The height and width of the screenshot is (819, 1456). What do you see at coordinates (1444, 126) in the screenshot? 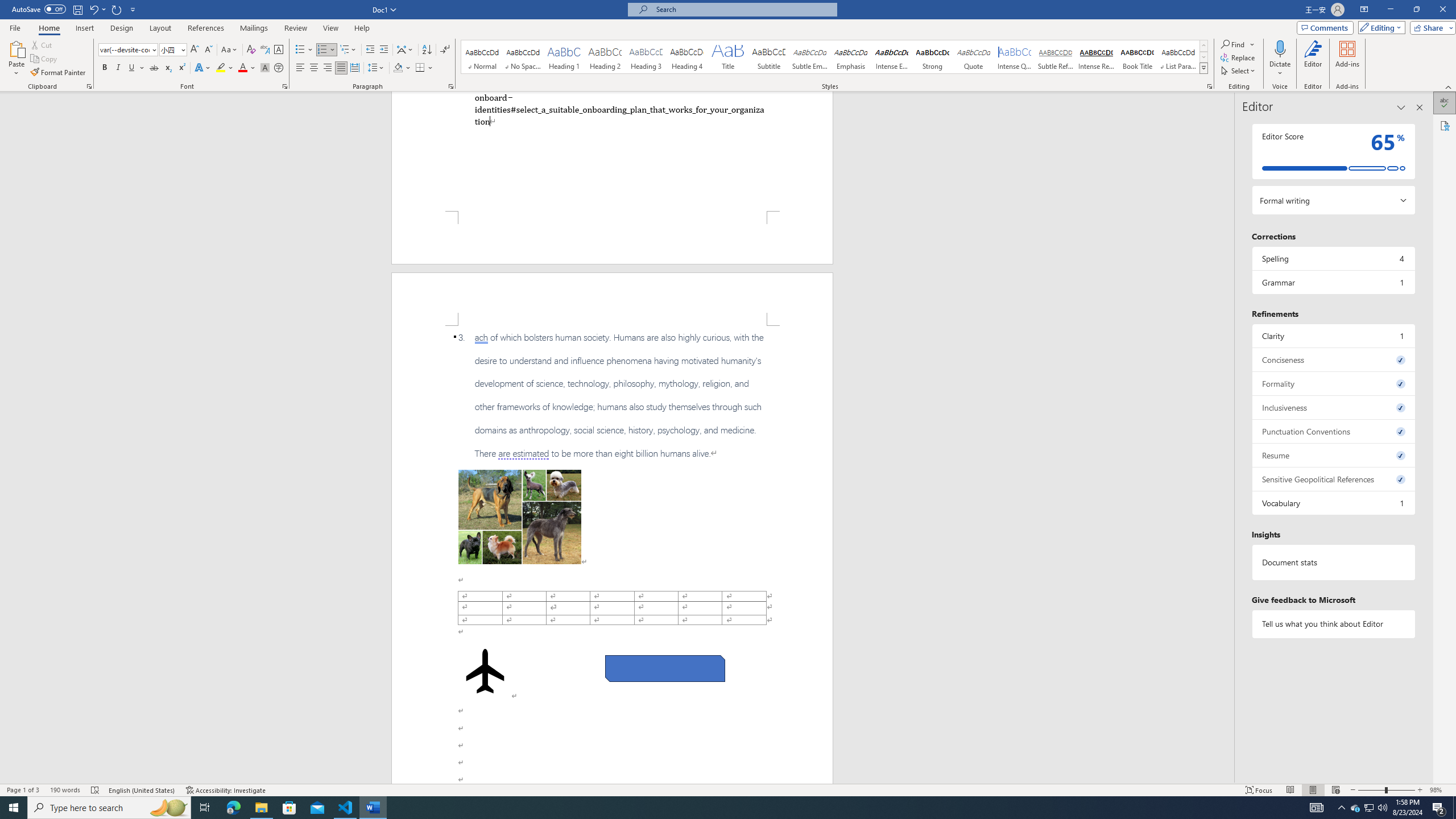
I see `'Accessibility'` at bounding box center [1444, 126].